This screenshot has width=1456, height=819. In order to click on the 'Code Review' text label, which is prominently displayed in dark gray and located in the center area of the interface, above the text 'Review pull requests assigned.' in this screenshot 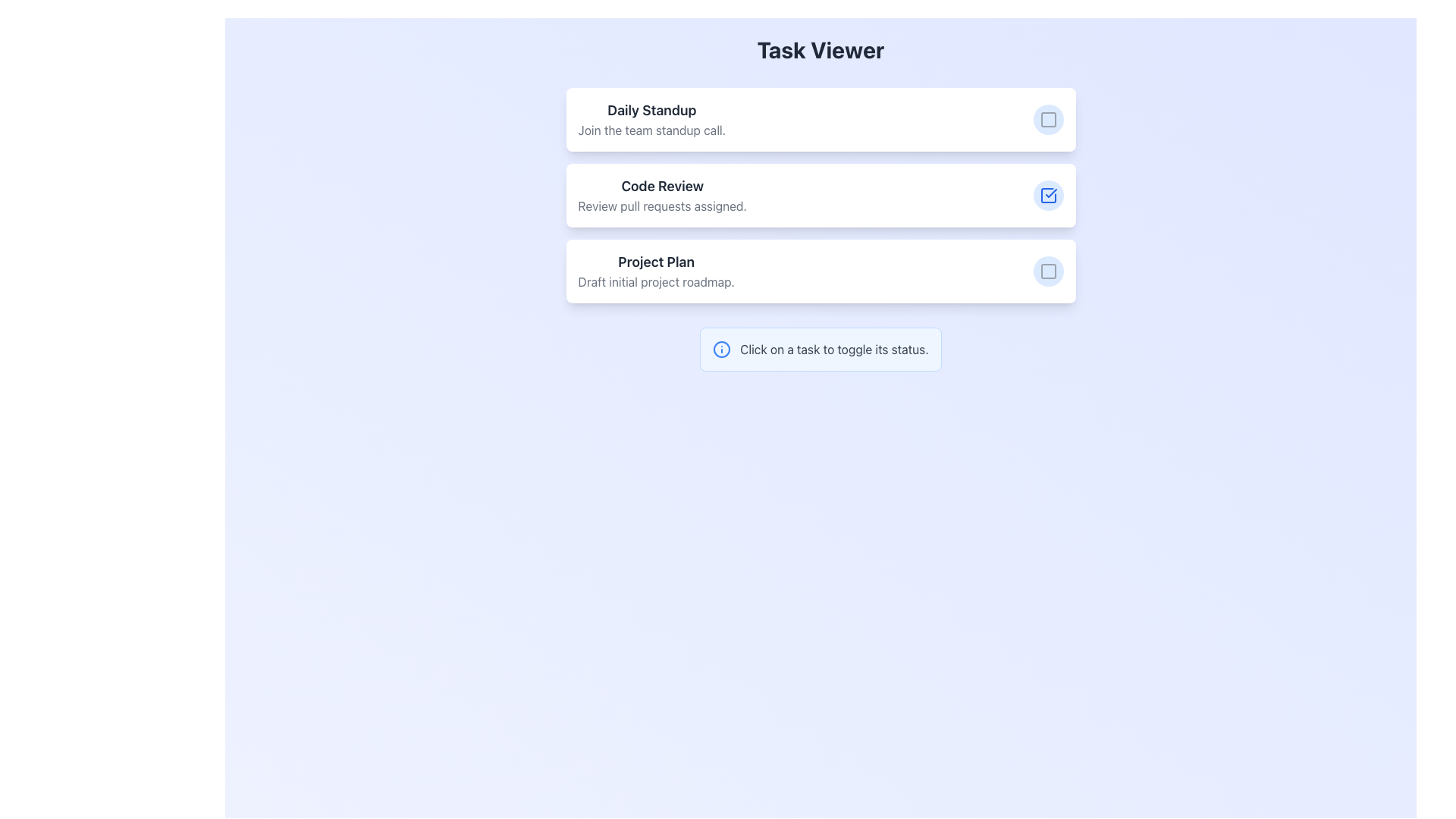, I will do `click(662, 186)`.